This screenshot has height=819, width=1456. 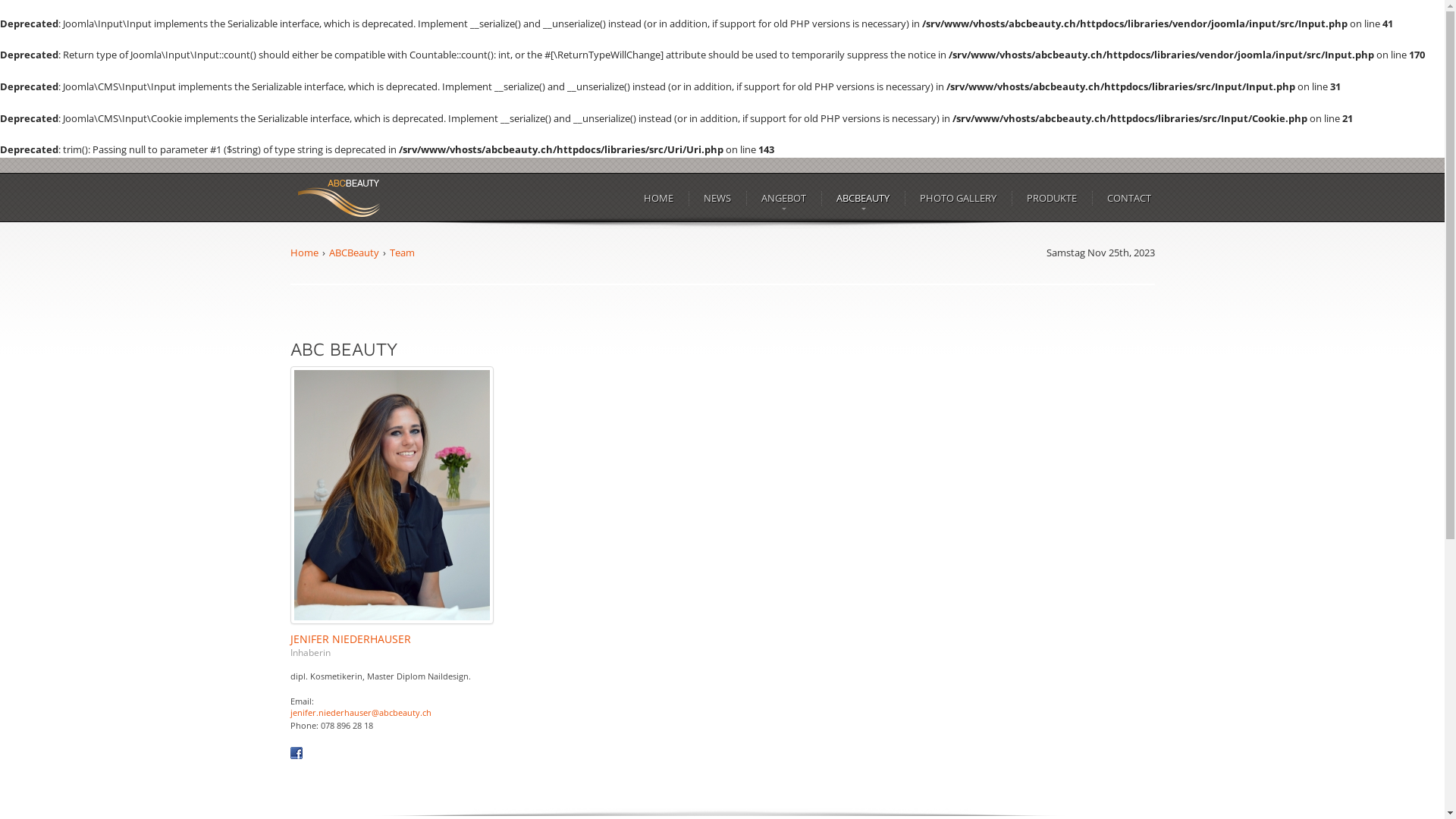 I want to click on 'Click to return to Homepage of Your Website', so click(x=337, y=197).